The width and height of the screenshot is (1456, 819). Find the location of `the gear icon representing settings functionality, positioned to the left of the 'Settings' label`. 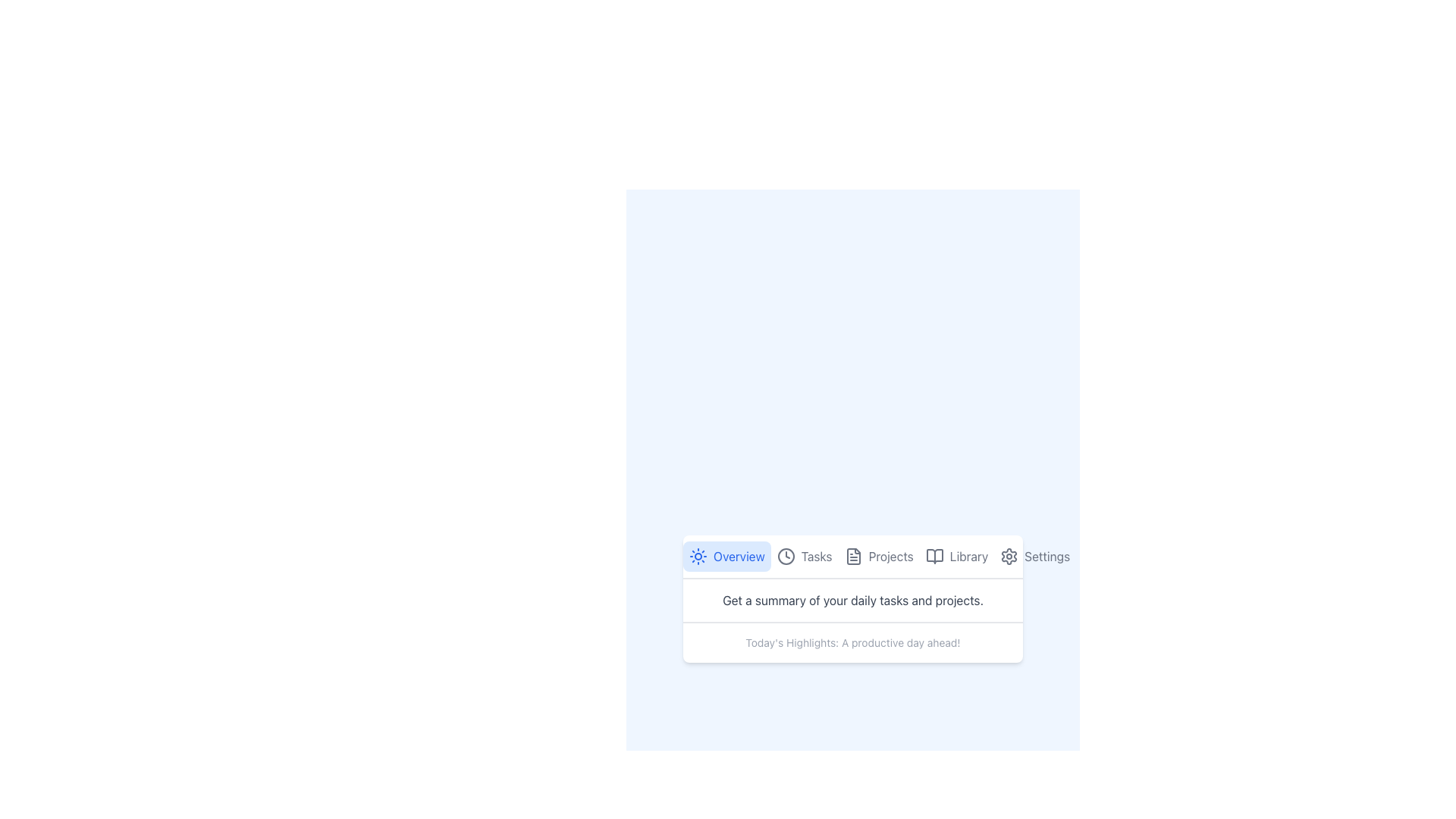

the gear icon representing settings functionality, positioned to the left of the 'Settings' label is located at coordinates (1009, 556).